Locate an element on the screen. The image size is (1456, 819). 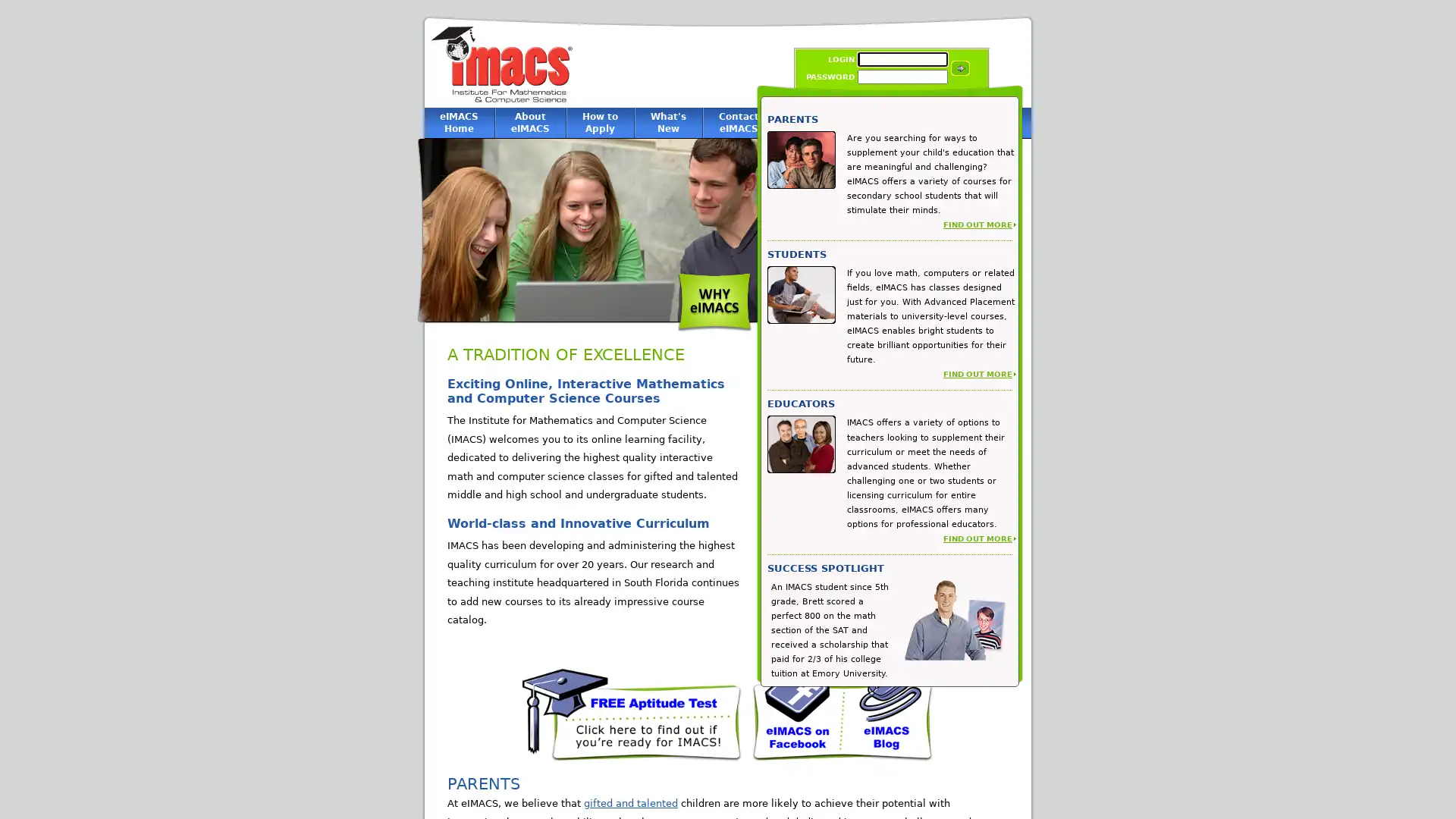
Go is located at coordinates (959, 67).